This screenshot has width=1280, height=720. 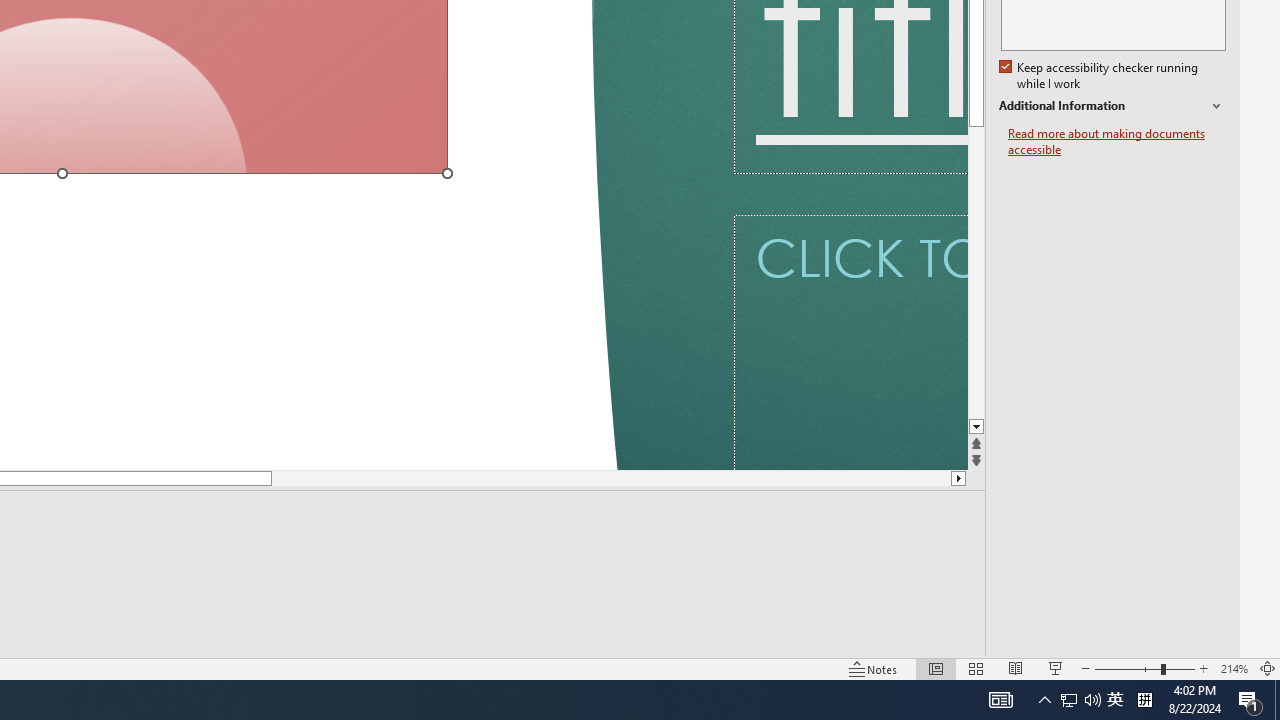 What do you see at coordinates (1015, 669) in the screenshot?
I see `'Reading View'` at bounding box center [1015, 669].